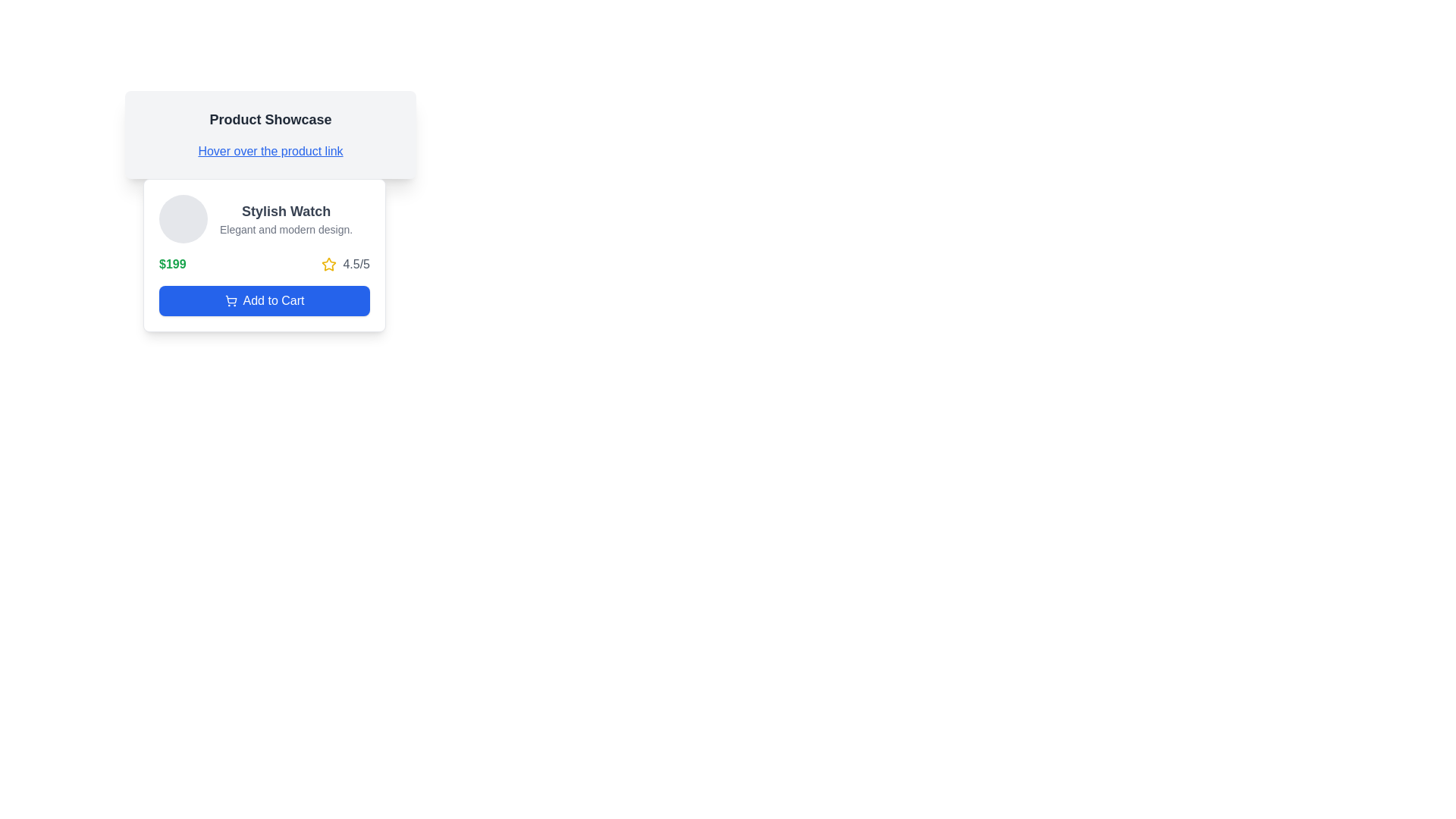 This screenshot has height=819, width=1456. Describe the element at coordinates (265, 301) in the screenshot. I see `the 'Add to Cart' button located at the bottom of the 'Stylish Watch' product card` at that location.